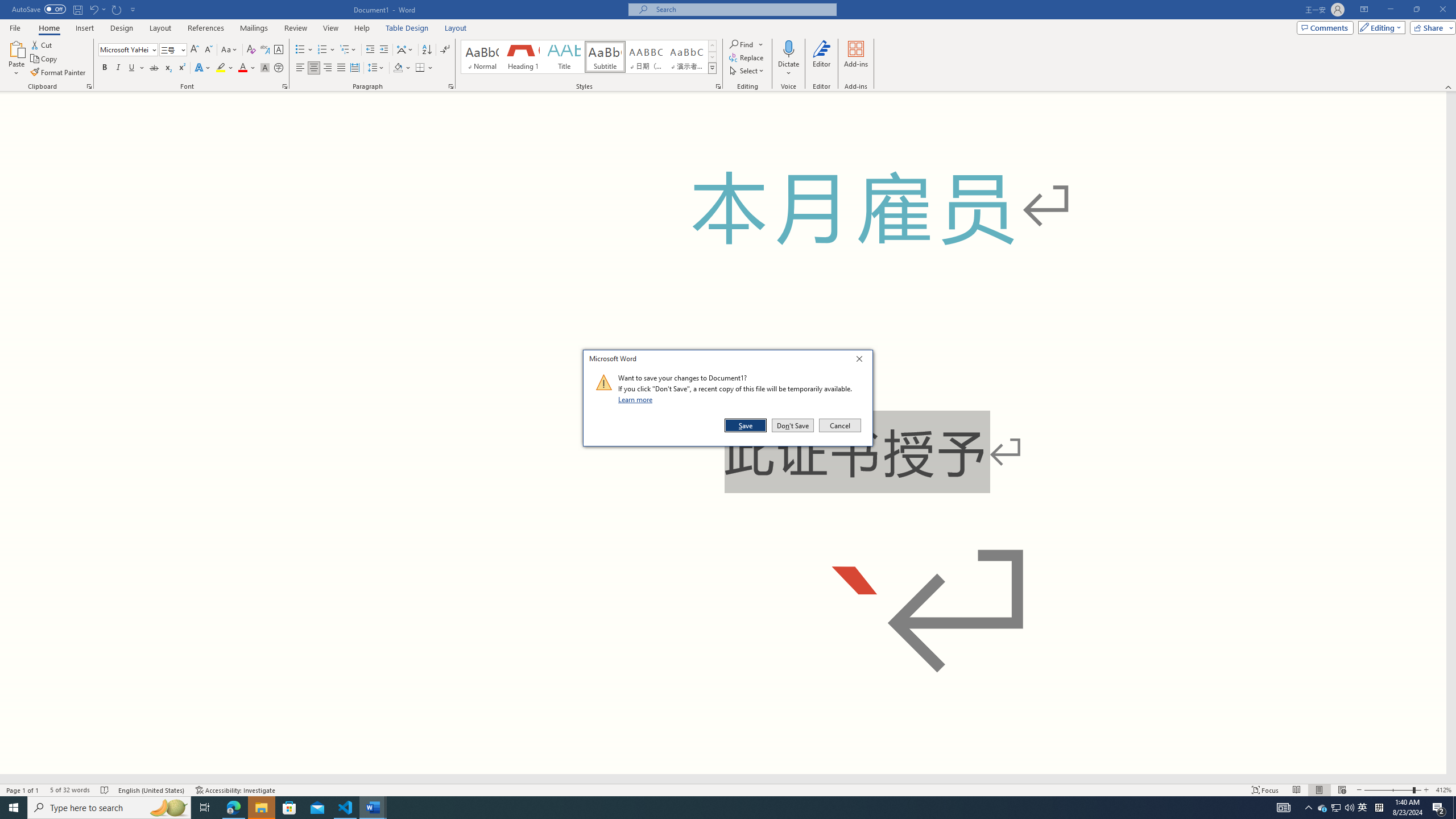 Image resolution: width=1456 pixels, height=819 pixels. I want to click on 'File Explorer - 1 running window', so click(260, 806).